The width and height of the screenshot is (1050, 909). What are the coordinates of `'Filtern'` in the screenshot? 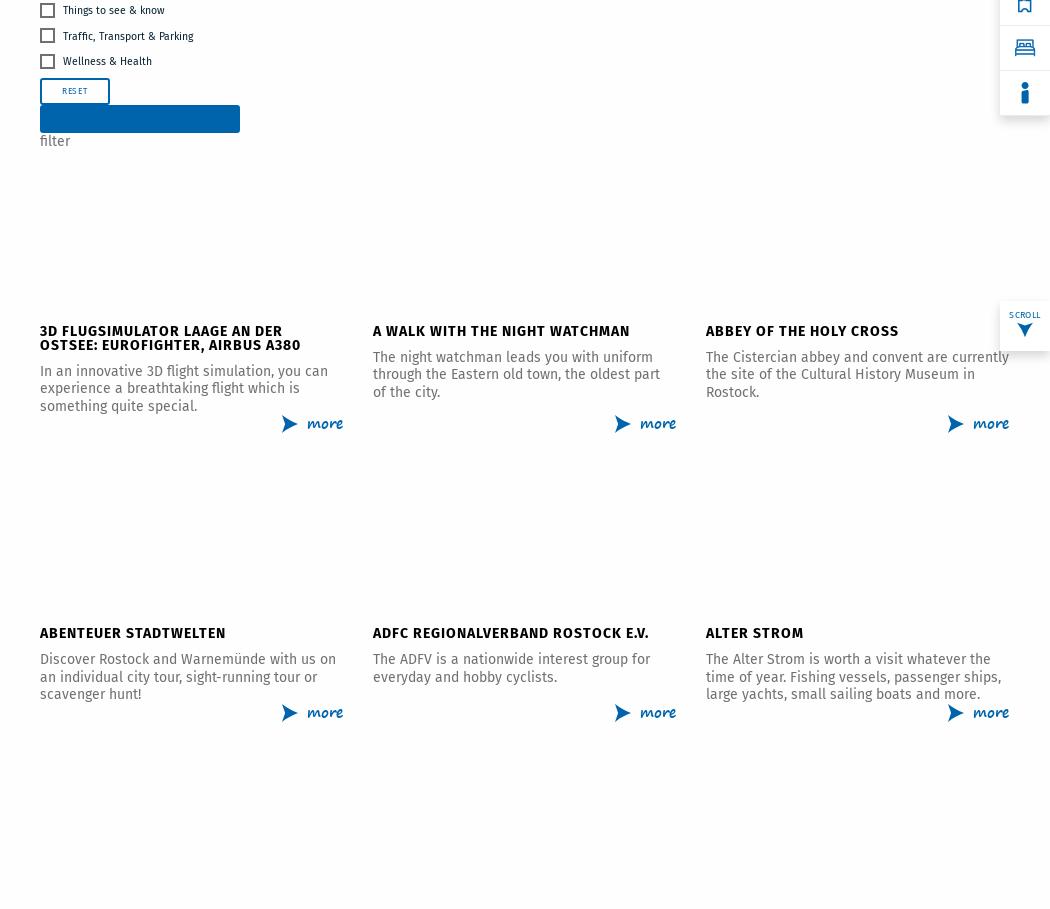 It's located at (138, 117).